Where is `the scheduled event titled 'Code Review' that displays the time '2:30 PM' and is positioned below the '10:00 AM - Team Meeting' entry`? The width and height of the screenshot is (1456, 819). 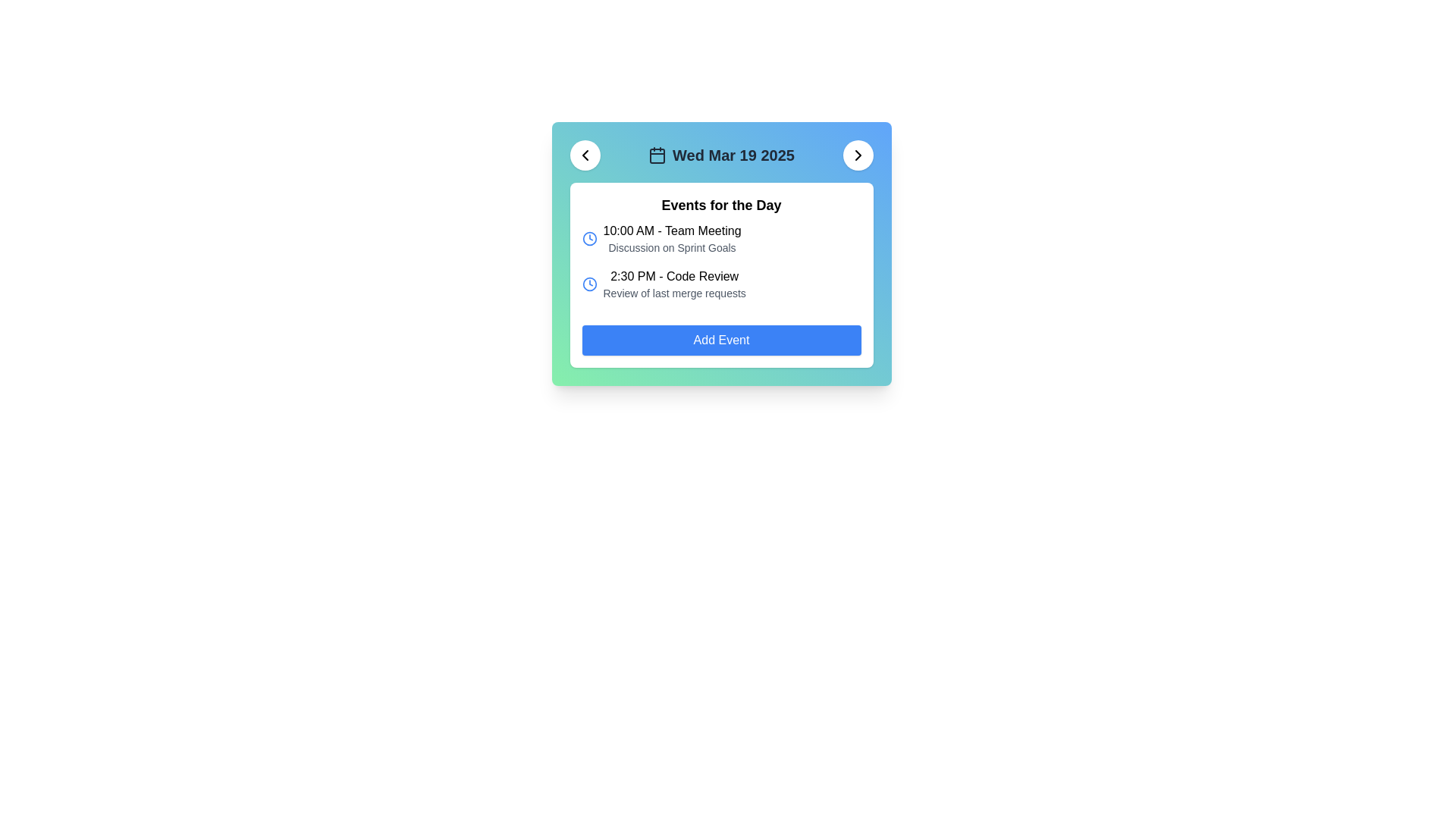
the scheduled event titled 'Code Review' that displays the time '2:30 PM' and is positioned below the '10:00 AM - Team Meeting' entry is located at coordinates (673, 284).